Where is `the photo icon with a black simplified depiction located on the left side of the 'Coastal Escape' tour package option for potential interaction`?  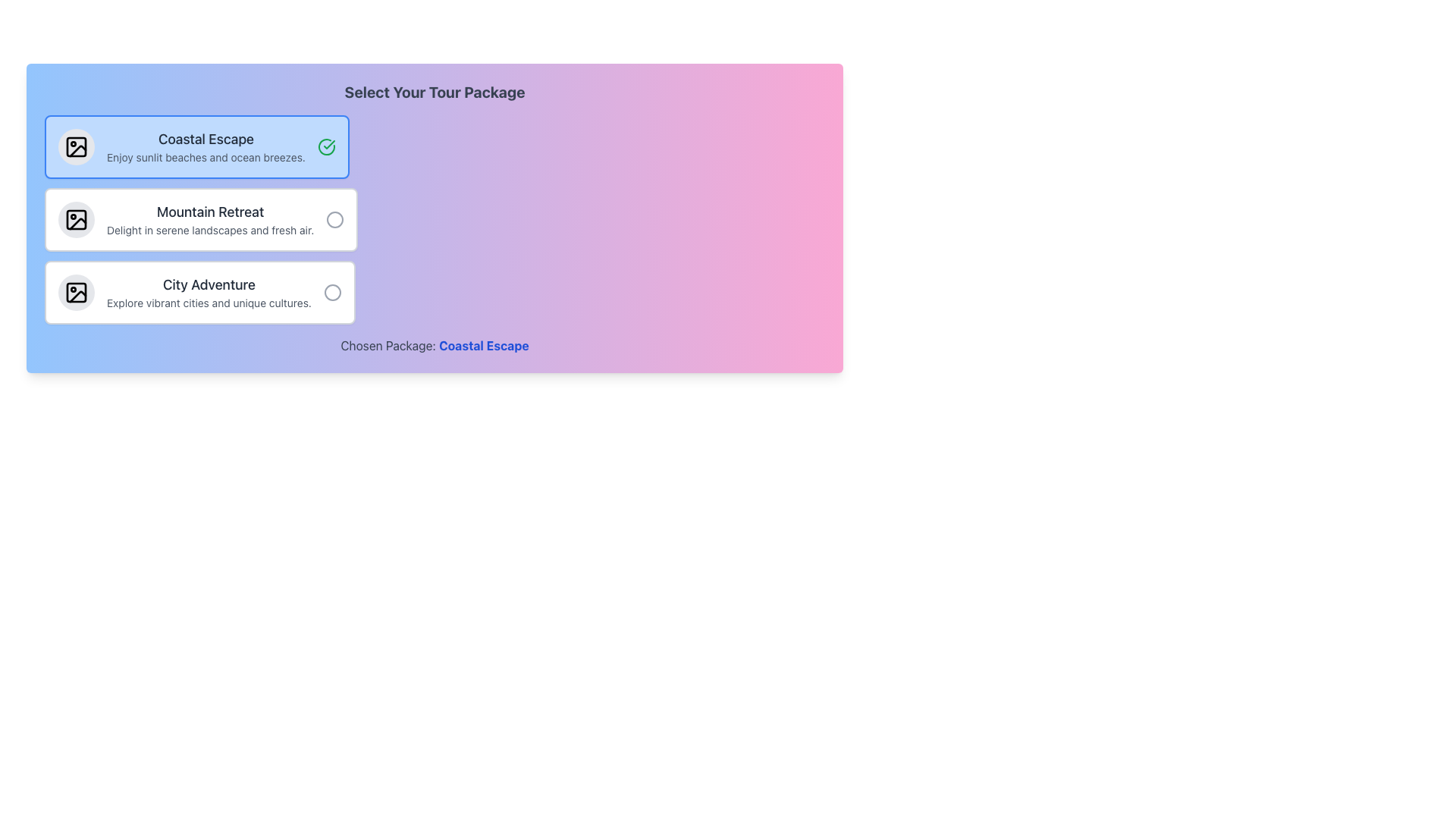 the photo icon with a black simplified depiction located on the left side of the 'Coastal Escape' tour package option for potential interaction is located at coordinates (75, 146).